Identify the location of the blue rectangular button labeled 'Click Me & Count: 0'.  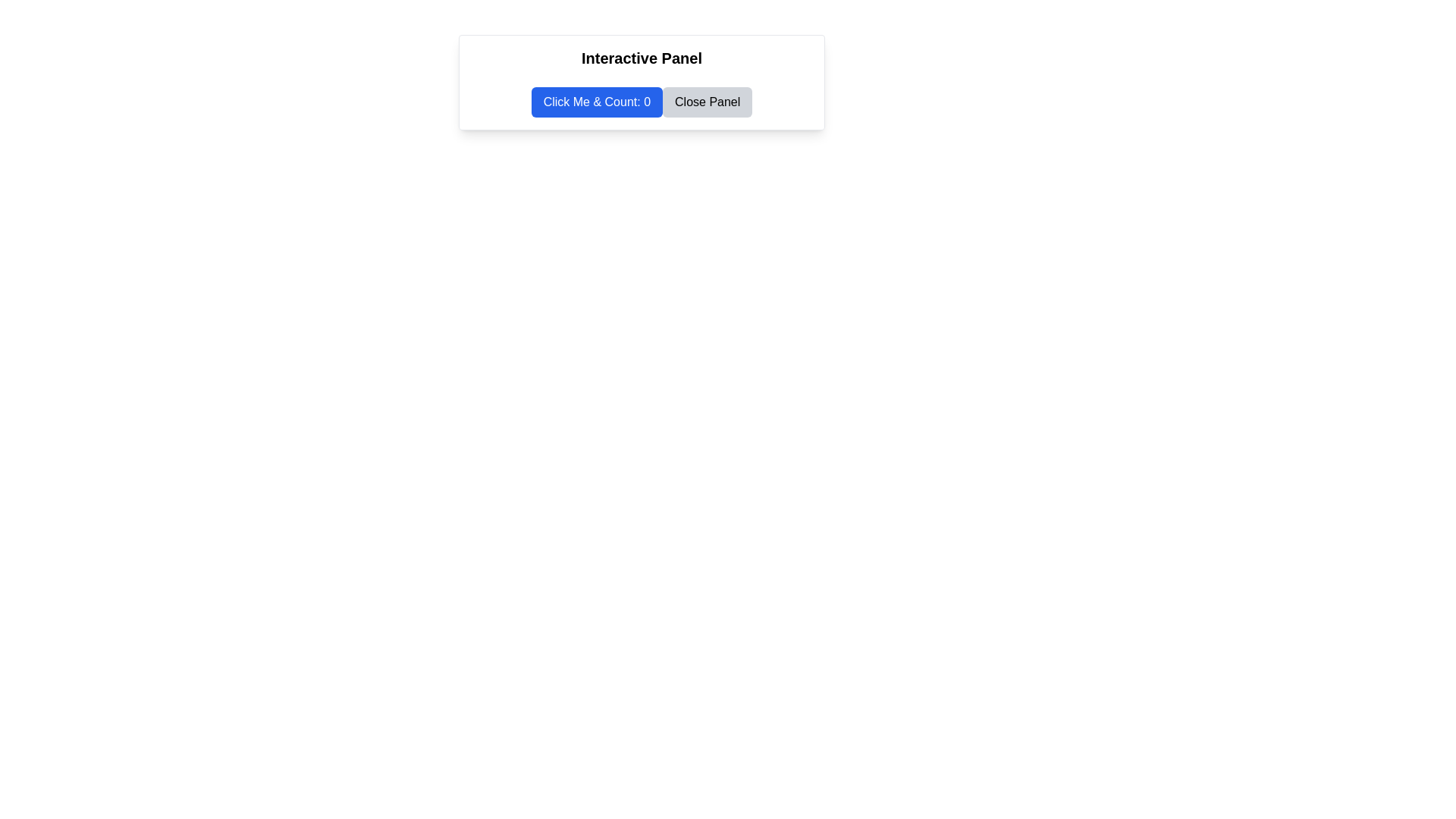
(596, 102).